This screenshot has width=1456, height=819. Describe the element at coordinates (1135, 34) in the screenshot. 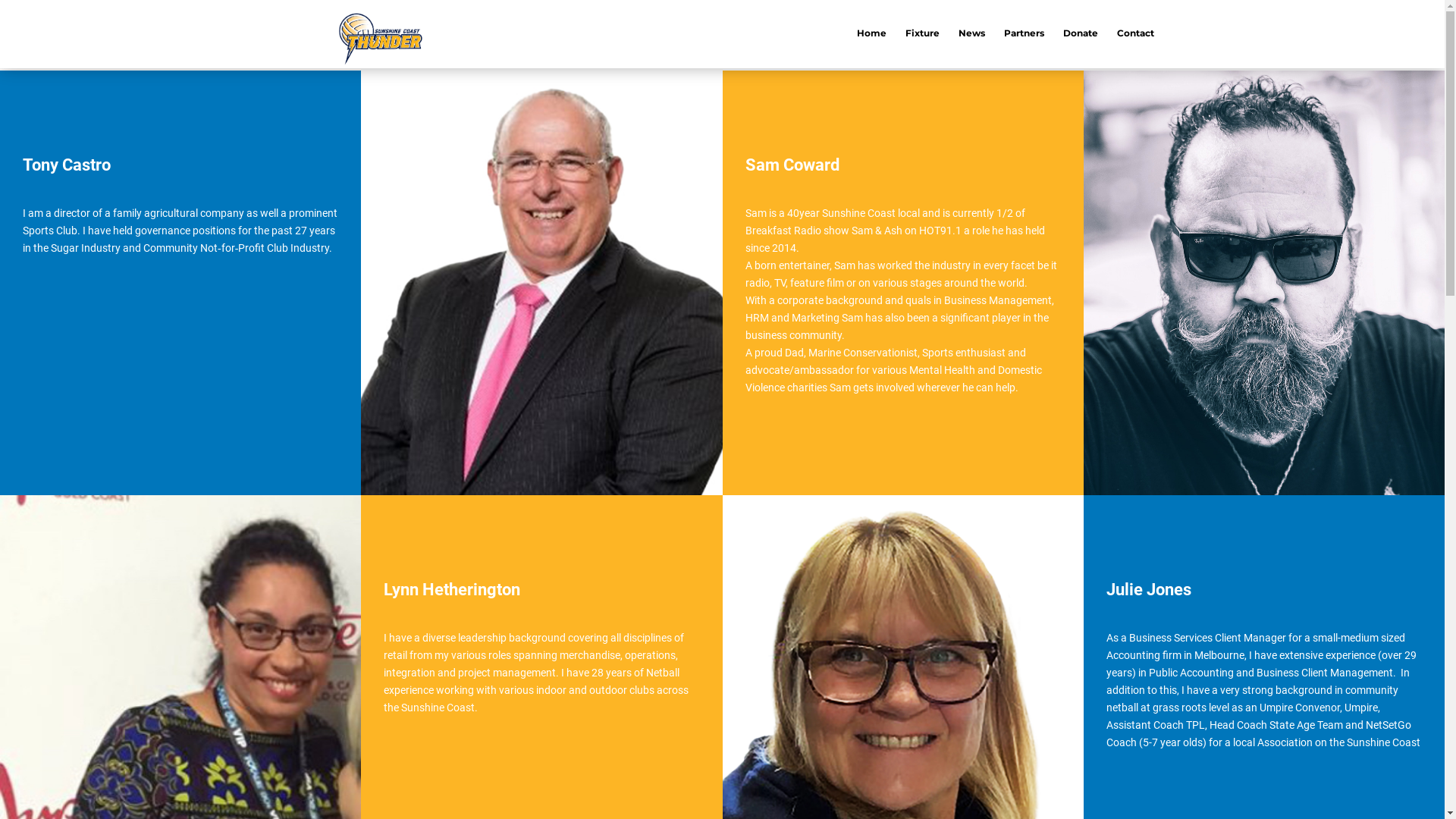

I see `'Contact'` at that location.